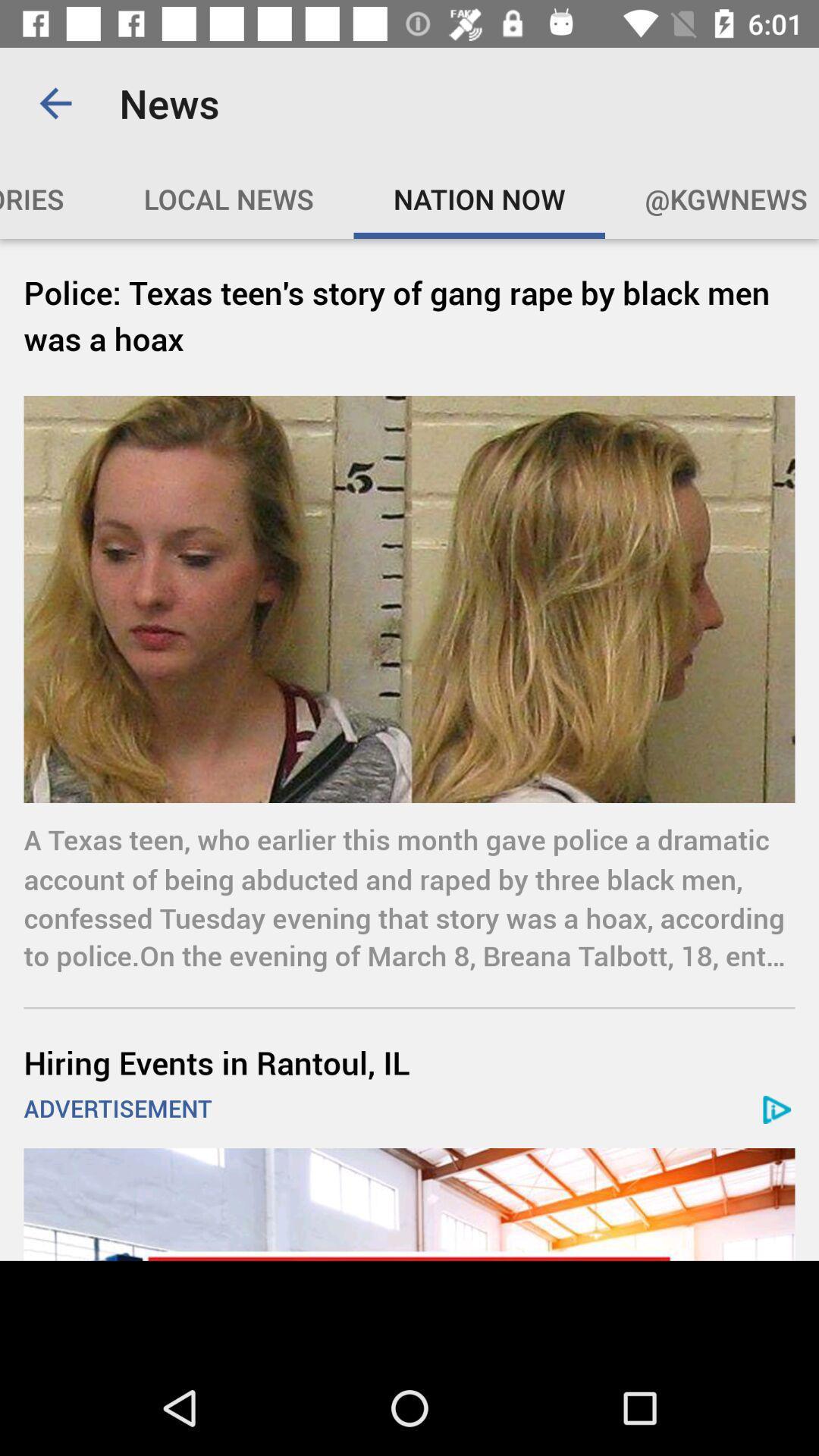 This screenshot has height=1456, width=819. I want to click on advertisement, so click(409, 1203).